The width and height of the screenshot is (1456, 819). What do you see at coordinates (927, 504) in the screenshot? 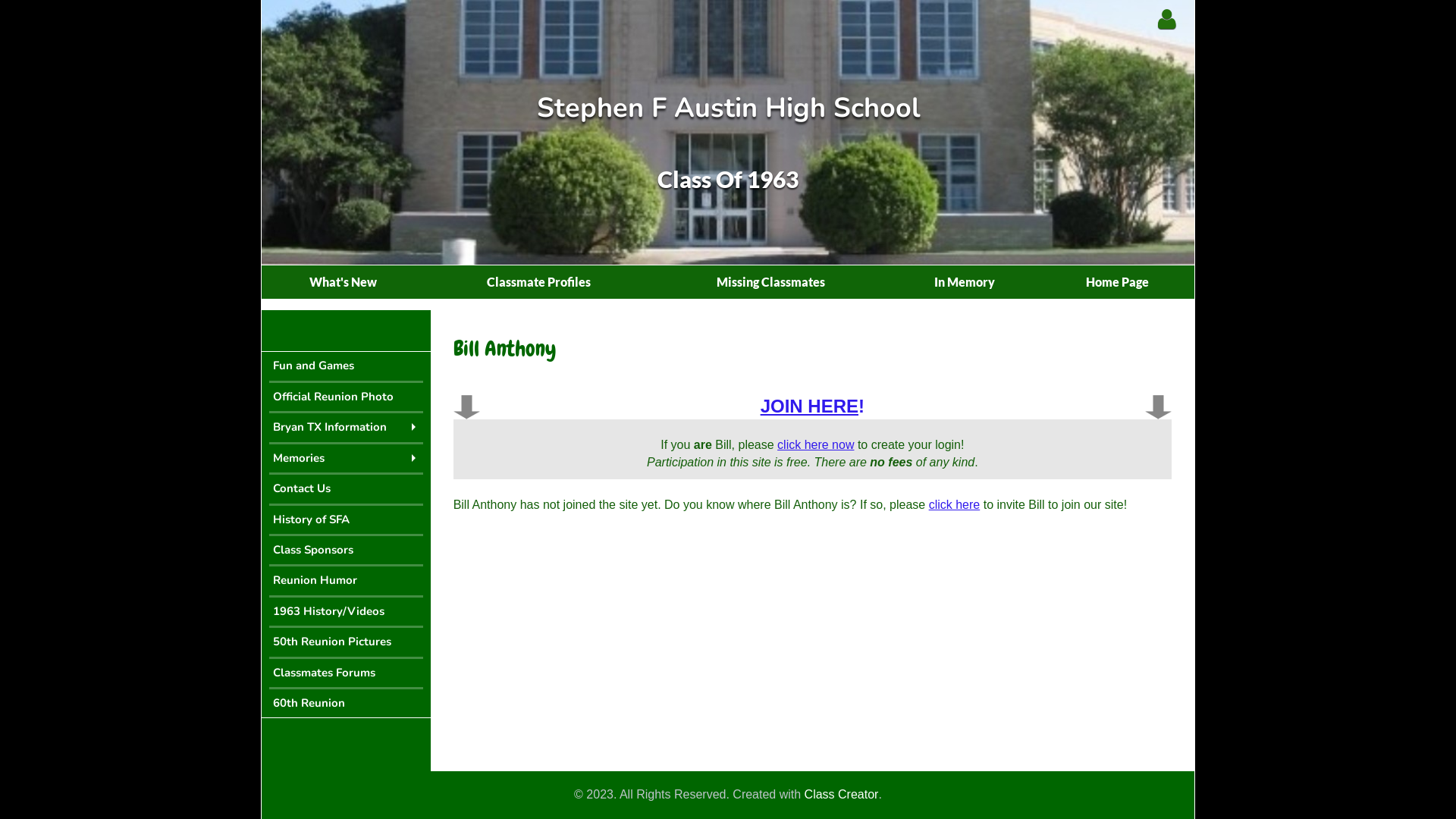
I see `'click here'` at bounding box center [927, 504].